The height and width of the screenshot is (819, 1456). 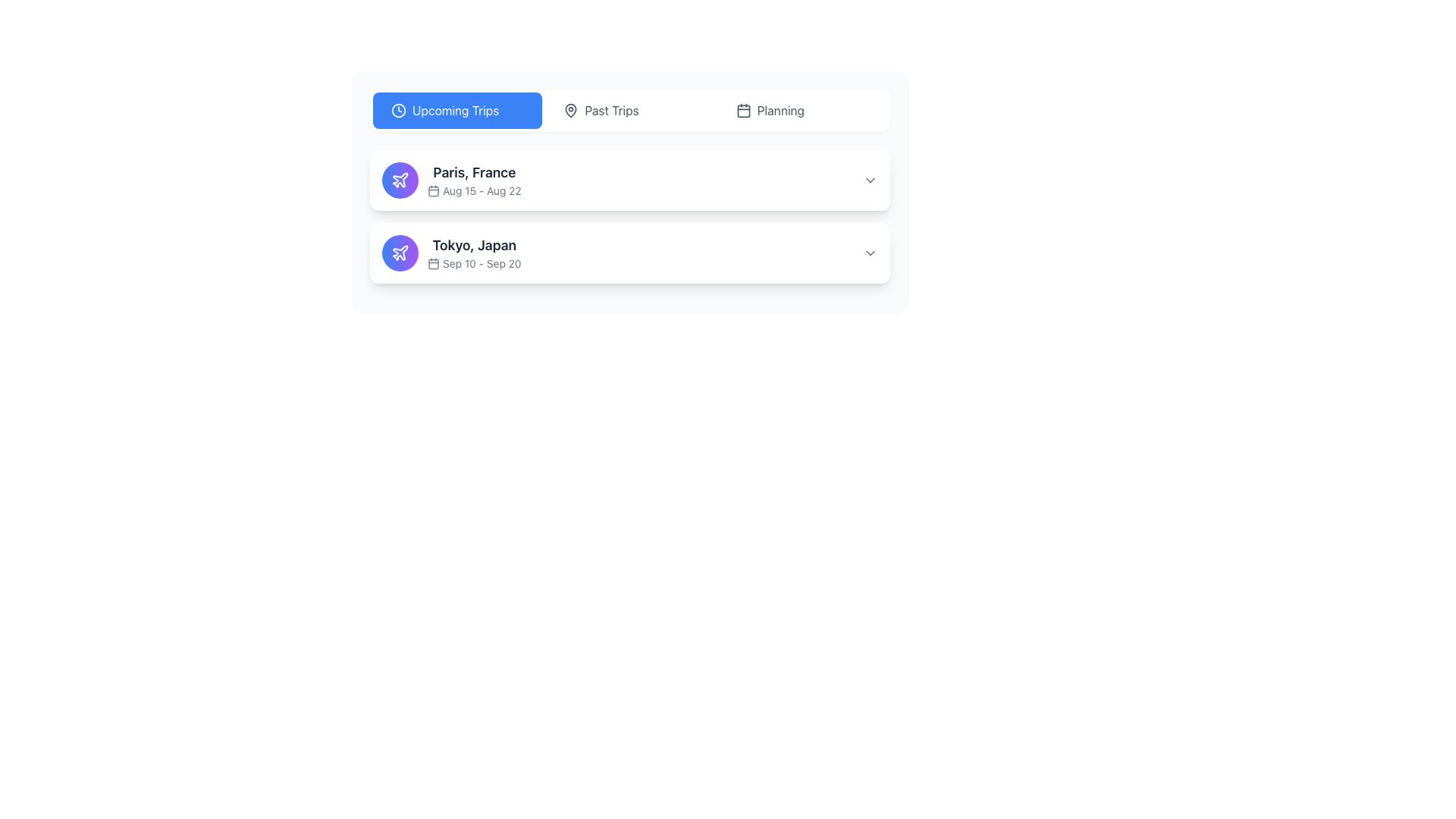 What do you see at coordinates (870, 180) in the screenshot?
I see `the chevron-down icon located at the far right of the 'Paris, France Aug 15 - Aug 22' section` at bounding box center [870, 180].